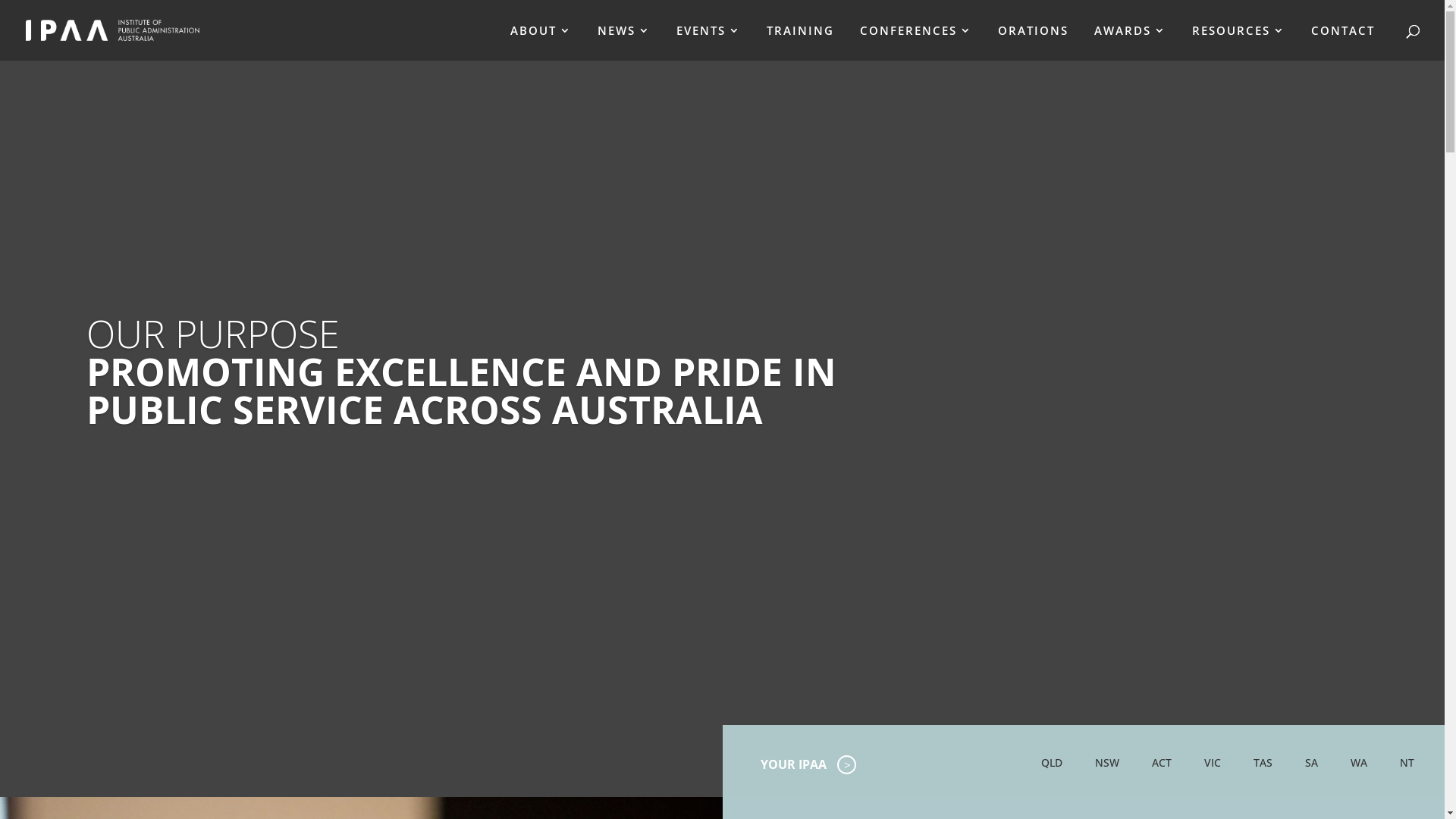 The image size is (1456, 819). What do you see at coordinates (1051, 763) in the screenshot?
I see `'QLD'` at bounding box center [1051, 763].